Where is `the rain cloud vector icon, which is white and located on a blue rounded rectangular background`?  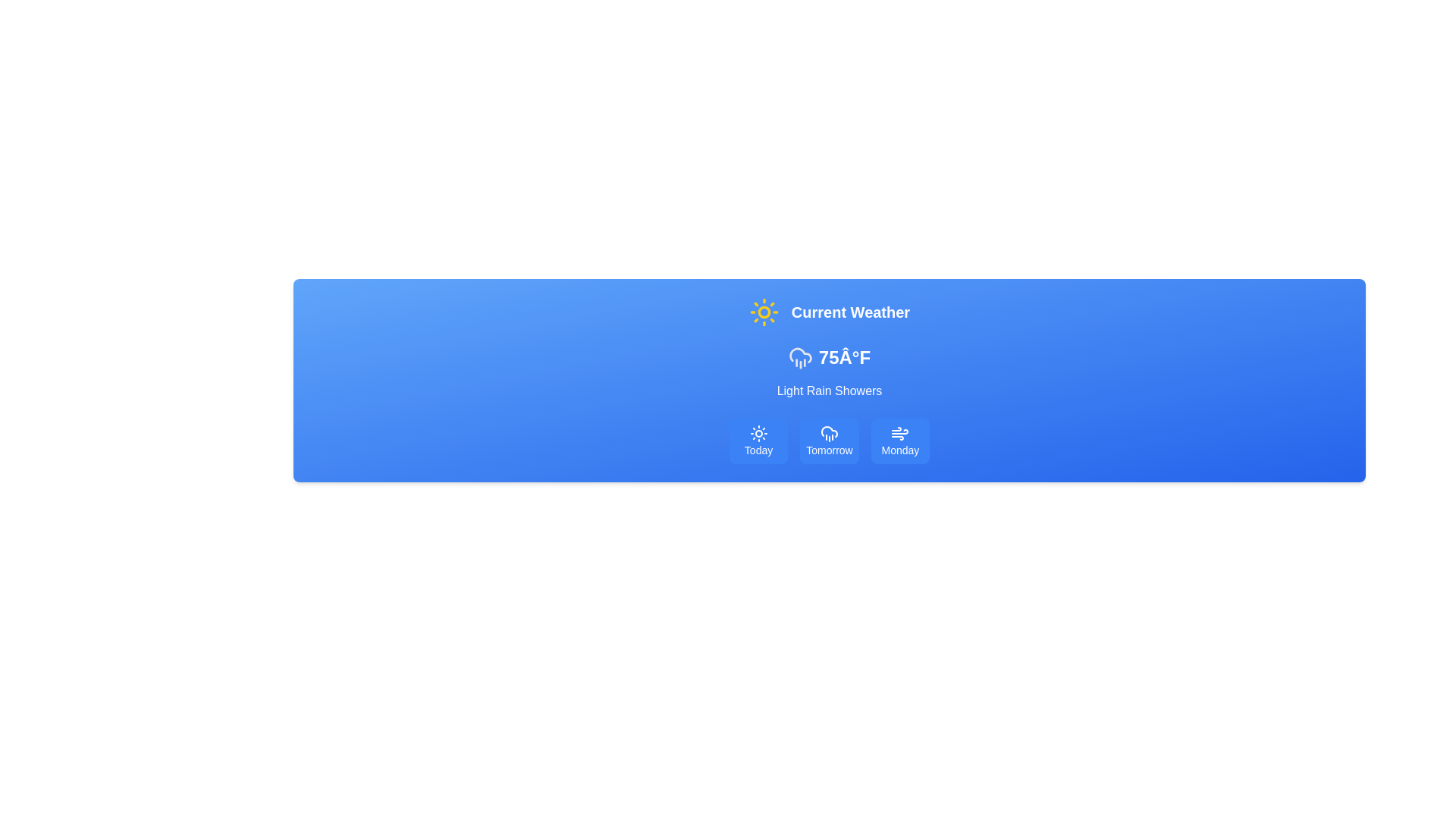
the rain cloud vector icon, which is white and located on a blue rounded rectangular background is located at coordinates (829, 433).